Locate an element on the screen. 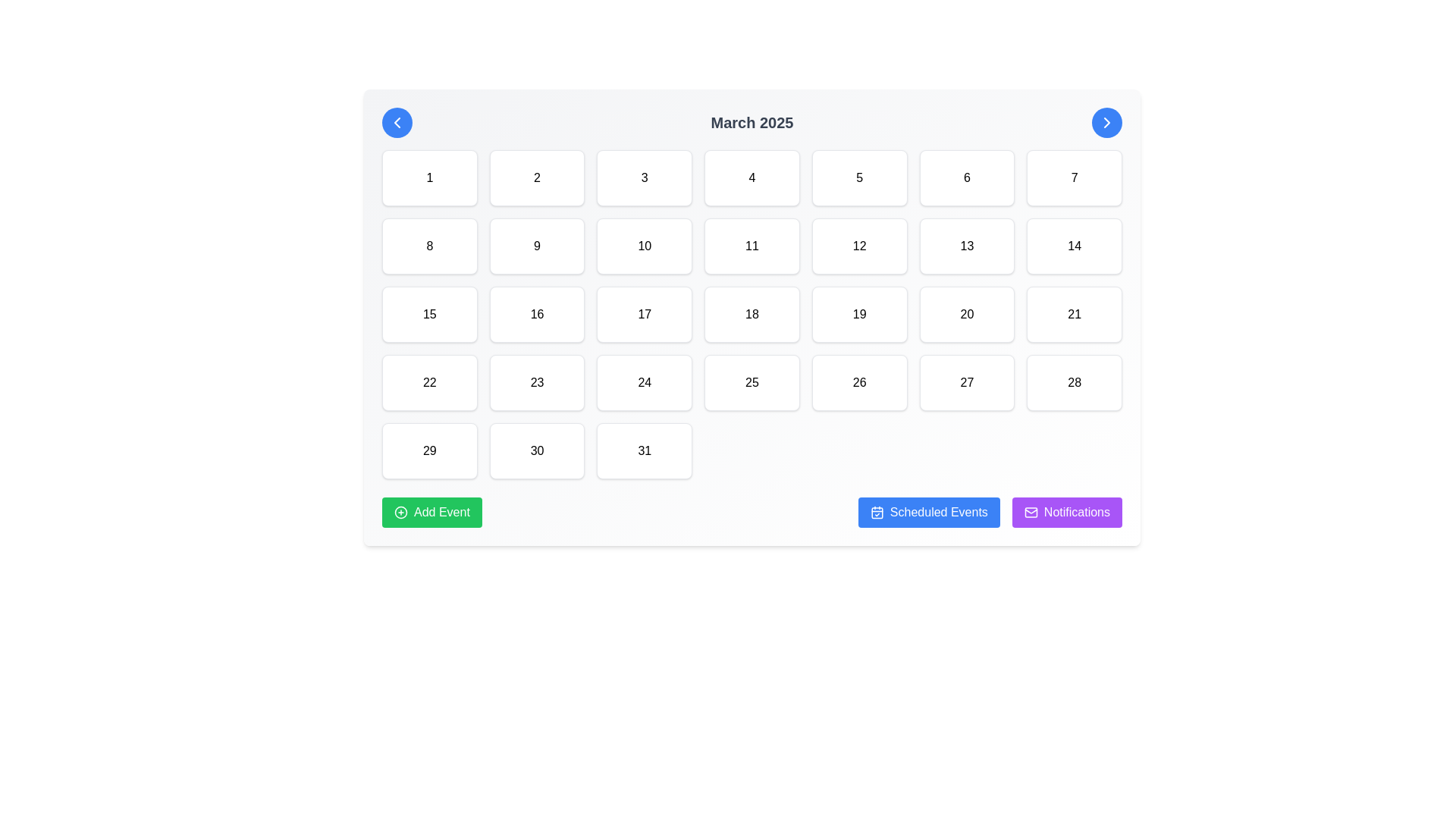  the first day card in the calendar view is located at coordinates (428, 177).